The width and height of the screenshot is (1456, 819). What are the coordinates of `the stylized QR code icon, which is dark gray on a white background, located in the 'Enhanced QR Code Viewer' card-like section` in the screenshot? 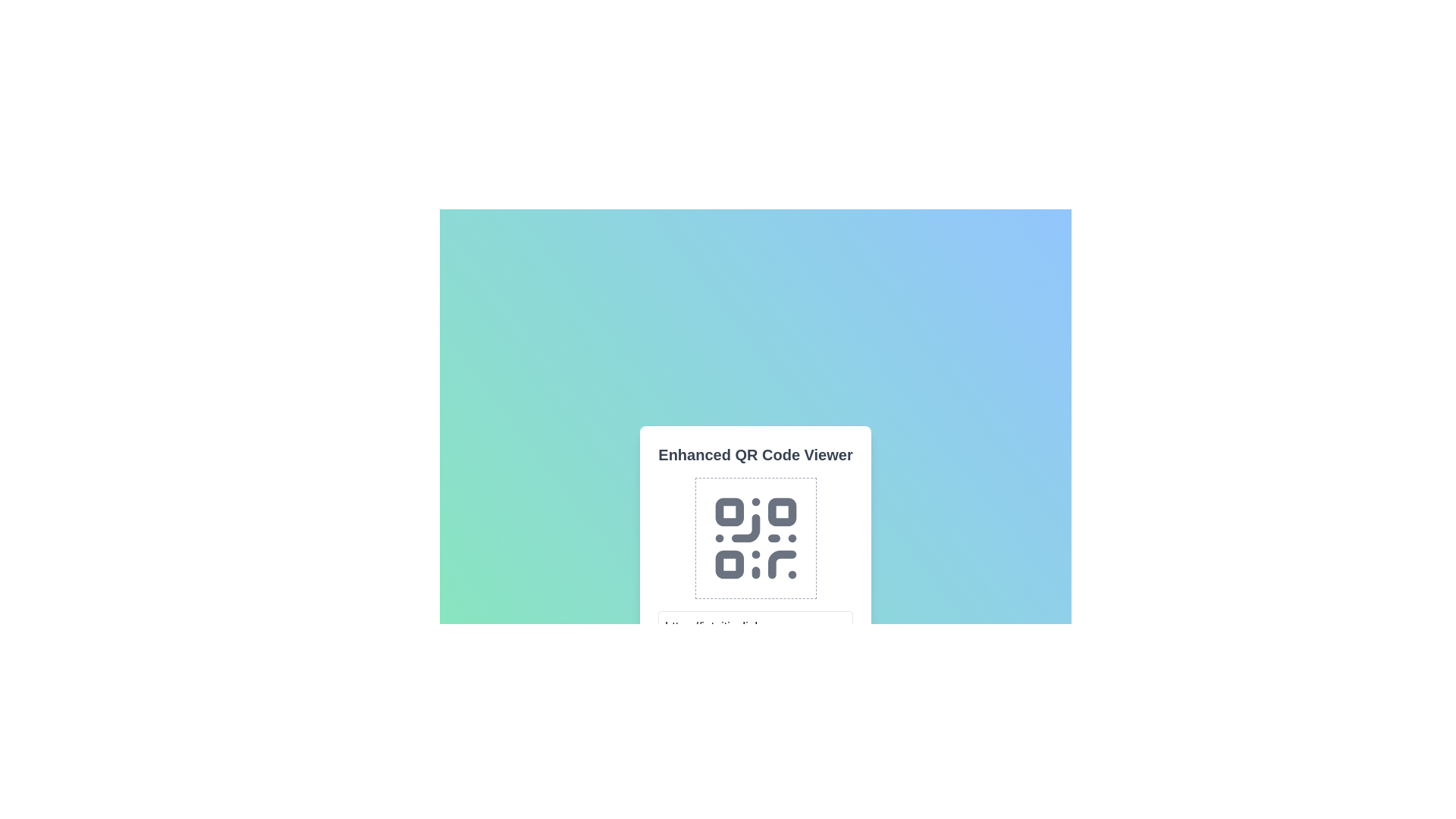 It's located at (755, 537).